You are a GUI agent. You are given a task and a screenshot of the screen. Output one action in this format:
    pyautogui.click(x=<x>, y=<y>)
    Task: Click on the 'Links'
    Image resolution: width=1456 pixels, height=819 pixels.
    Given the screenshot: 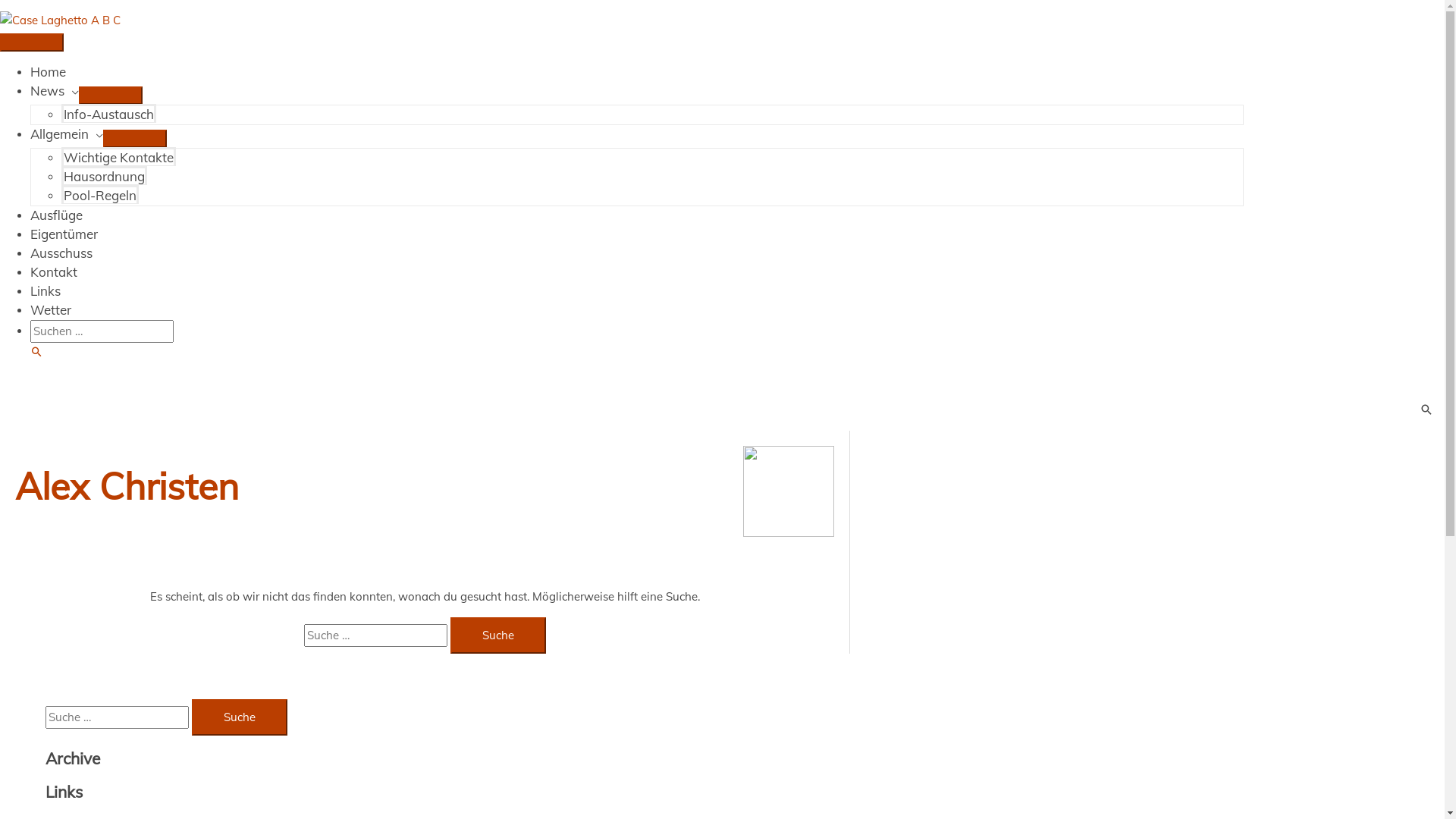 What is the action you would take?
    pyautogui.click(x=45, y=290)
    